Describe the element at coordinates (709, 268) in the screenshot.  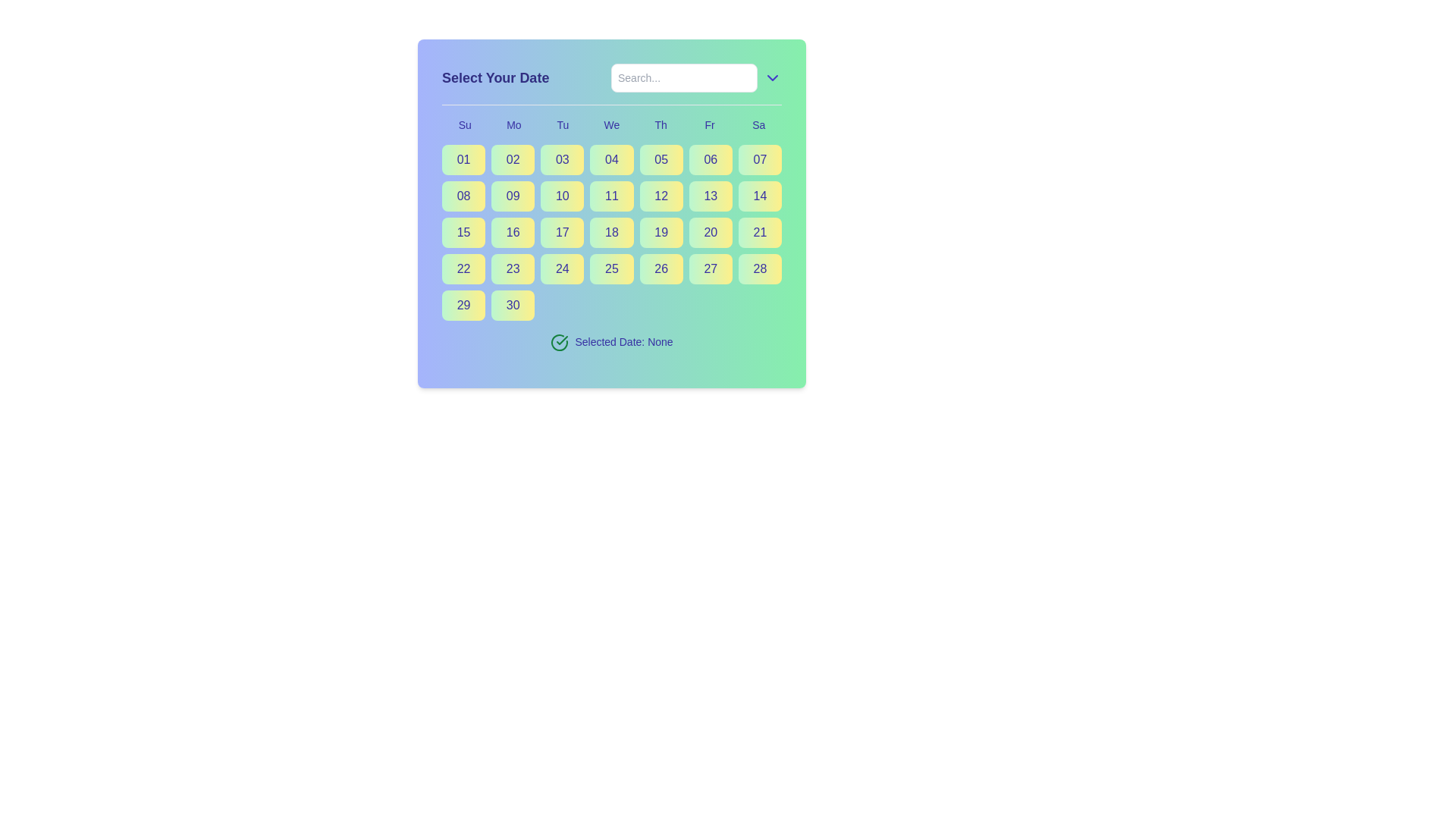
I see `the rounded rectangular button displaying the number '27' in bold blue font` at that location.